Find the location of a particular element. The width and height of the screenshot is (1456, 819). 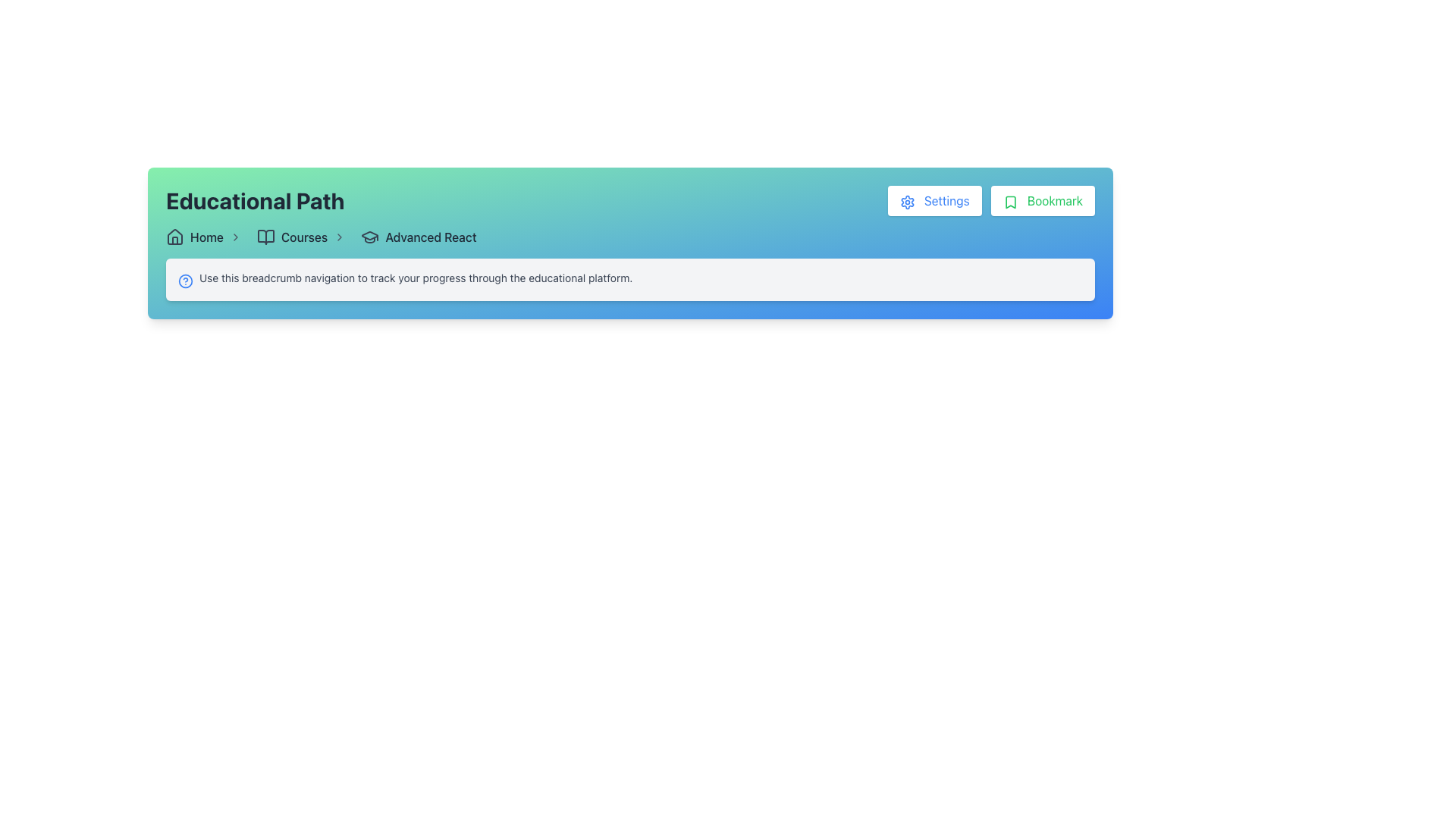

the gear-shaped icon located in the top-right corner of the navigation bar, next to the 'Settings' button is located at coordinates (907, 201).